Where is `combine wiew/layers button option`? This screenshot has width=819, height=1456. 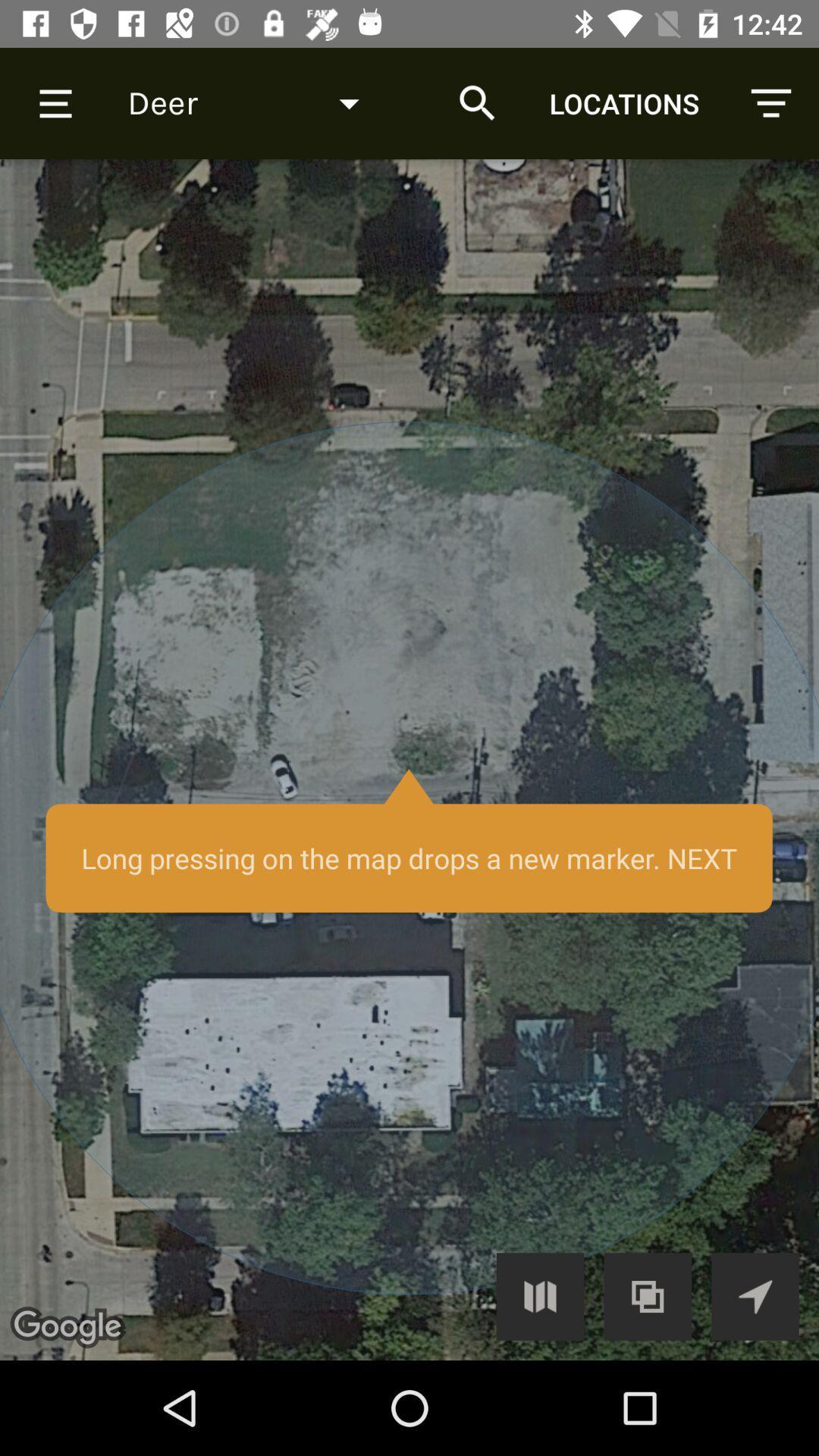 combine wiew/layers button option is located at coordinates (648, 1295).